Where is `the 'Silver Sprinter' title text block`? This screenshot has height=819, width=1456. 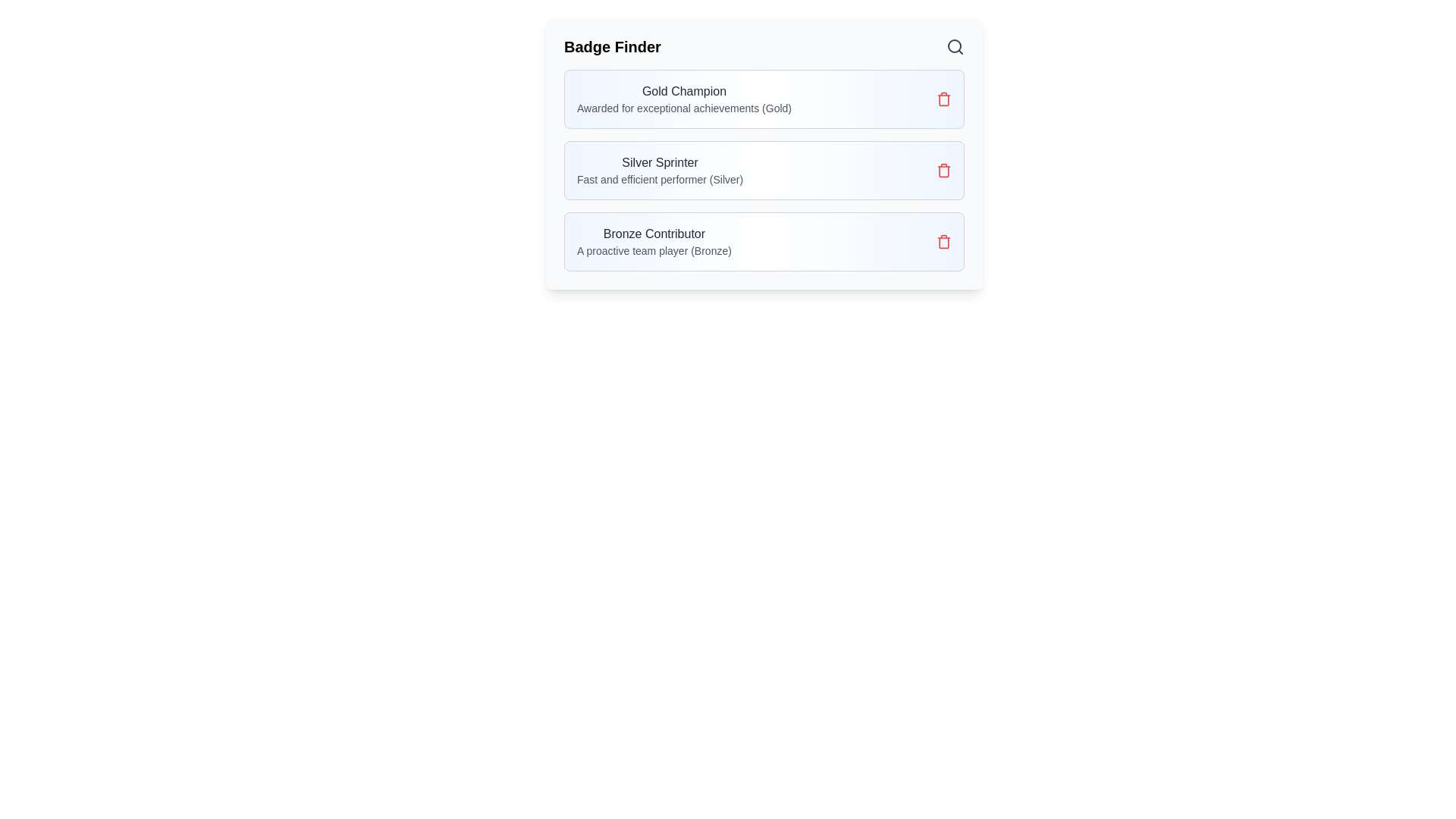 the 'Silver Sprinter' title text block is located at coordinates (660, 163).